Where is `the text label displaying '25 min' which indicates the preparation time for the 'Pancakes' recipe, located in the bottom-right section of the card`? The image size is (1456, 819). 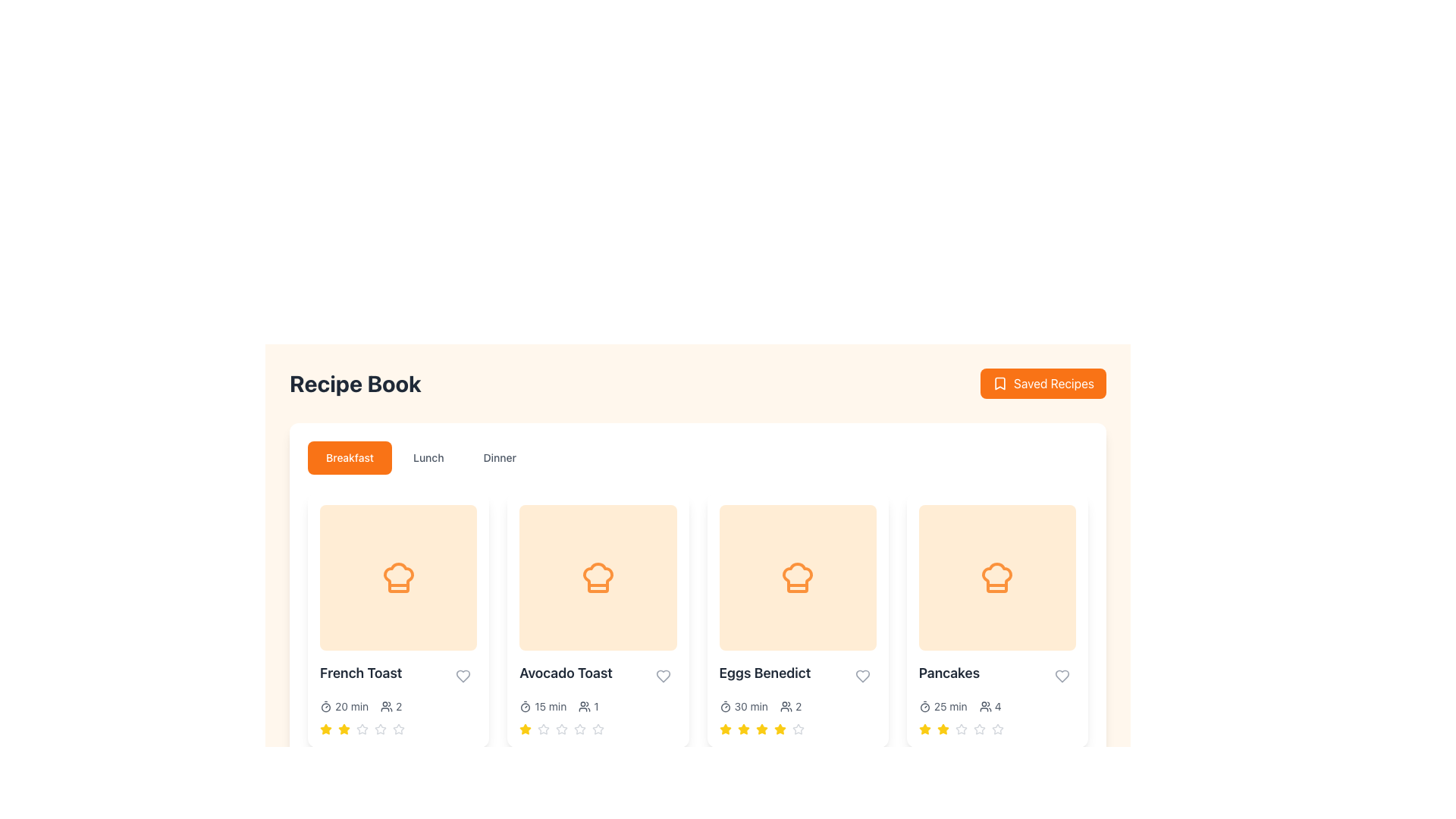
the text label displaying '25 min' which indicates the preparation time for the 'Pancakes' recipe, located in the bottom-right section of the card is located at coordinates (949, 707).